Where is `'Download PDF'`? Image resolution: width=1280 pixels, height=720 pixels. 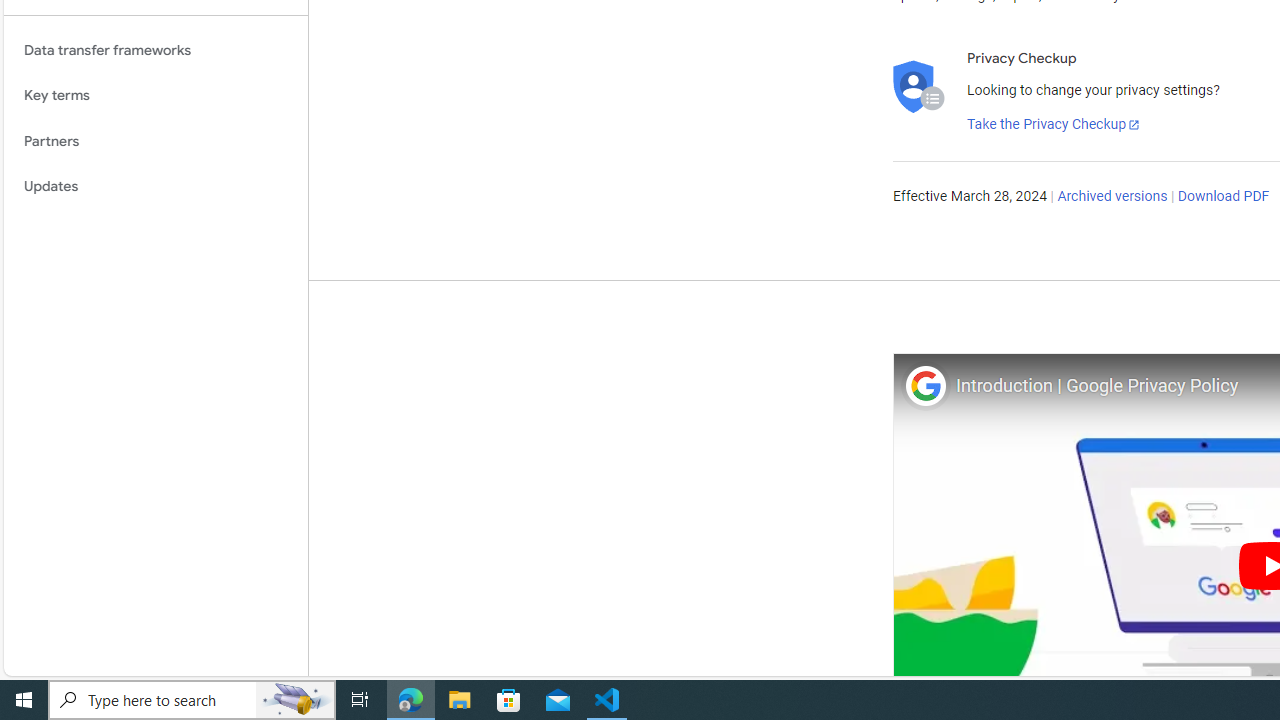 'Download PDF' is located at coordinates (1222, 196).